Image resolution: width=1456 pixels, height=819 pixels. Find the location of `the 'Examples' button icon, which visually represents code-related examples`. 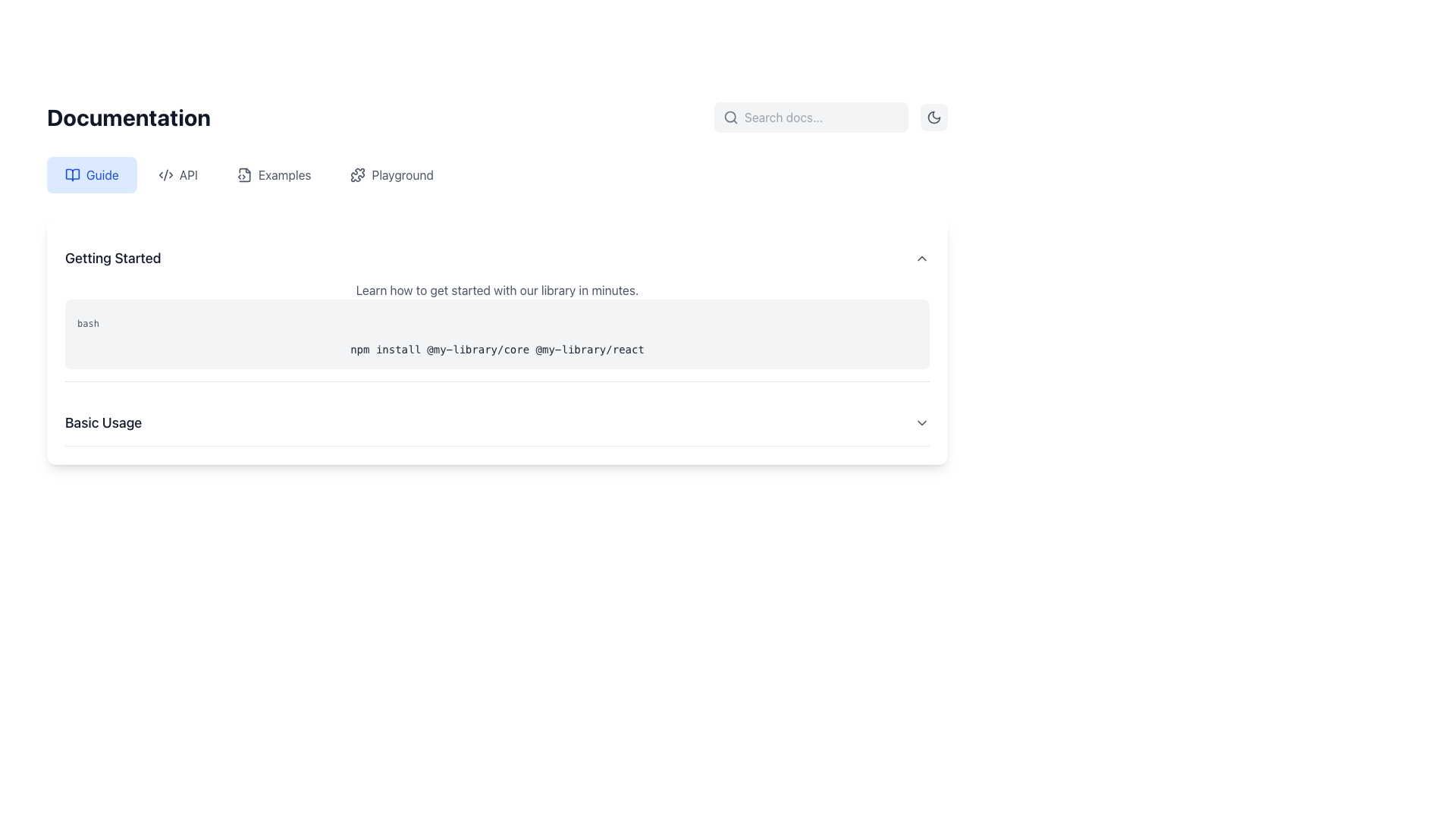

the 'Examples' button icon, which visually represents code-related examples is located at coordinates (244, 174).